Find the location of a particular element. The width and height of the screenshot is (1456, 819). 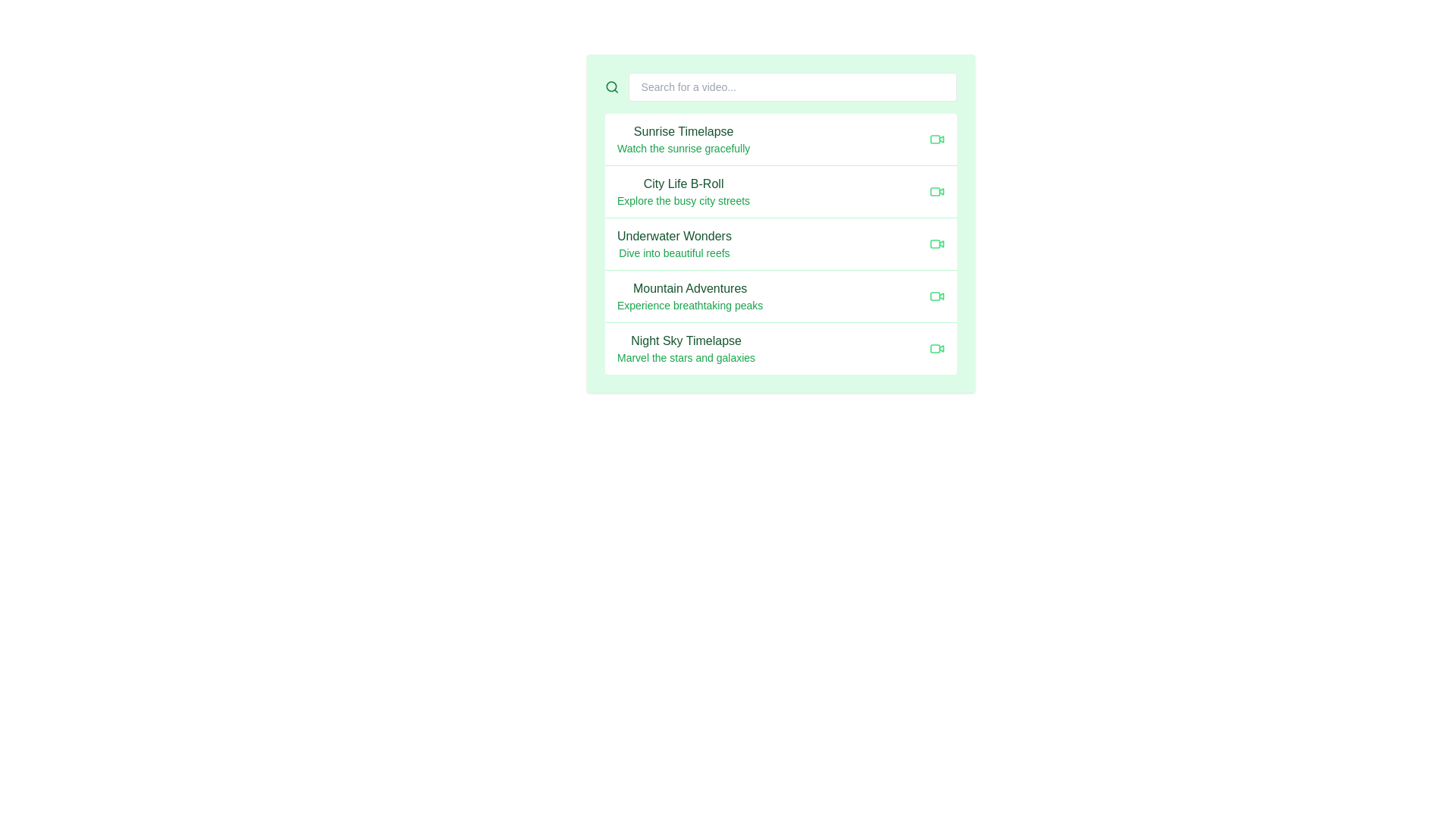

the design of the light green rounded icon located next to the 'Sunrise Timelapse' list item, which is the first icon in the list layout is located at coordinates (934, 140).